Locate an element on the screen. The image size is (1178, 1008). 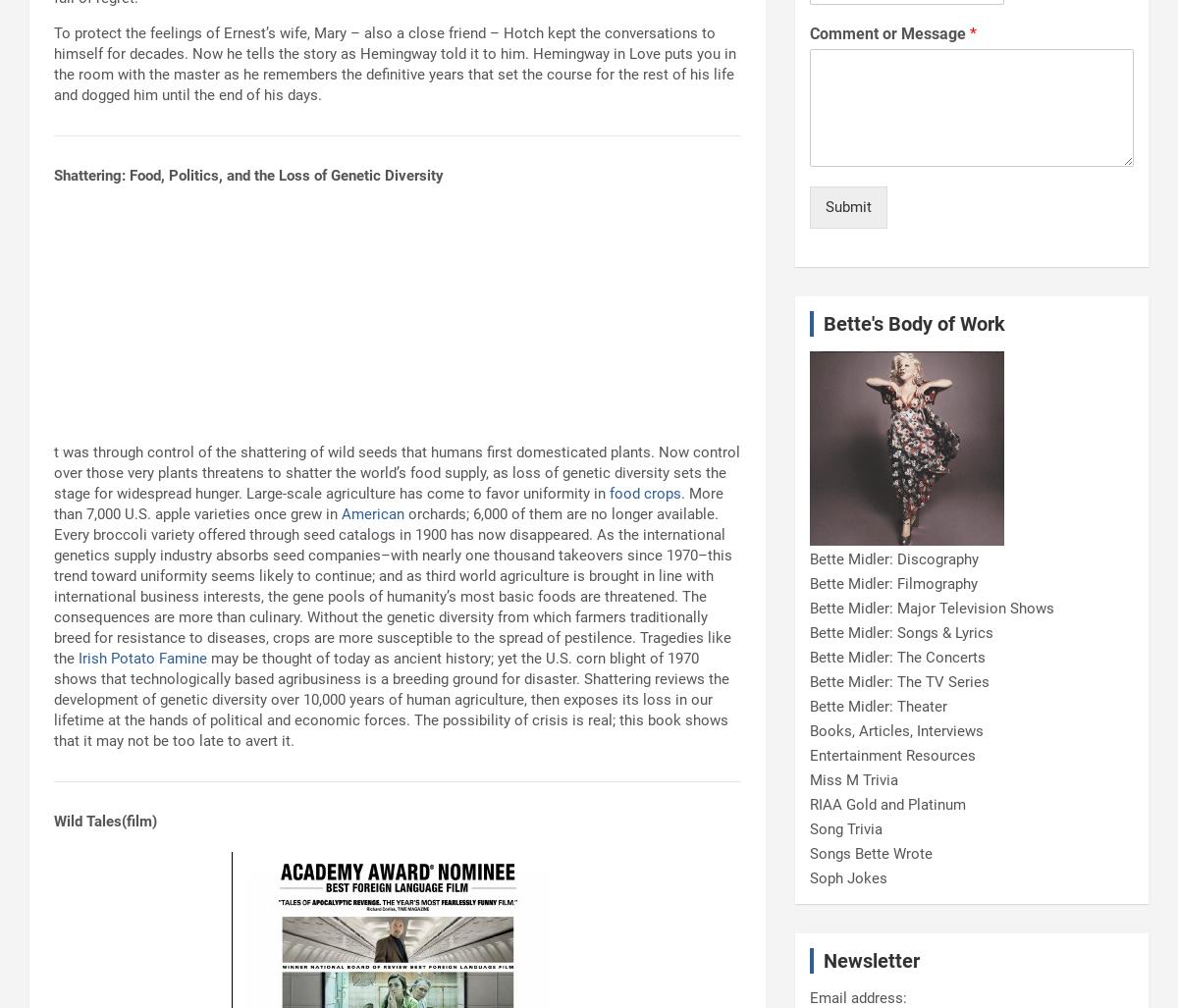
'orchards; 6,000 of them are no longer available. Every broccoli variety offered through seed catalogs in 1900 has now disappeared. As the international genetics supply industry absorbs seed companies–with nearly one thousand takeovers since 1970–this trend toward uniformity seems likely to continue; and as third world agriculture is brought in line with international business interests, the gene pools of humanity’s most basic foods are threatened. The consequences are more than culinary. Without the genetic diversity from which farmers traditionally breed for resistance to diseases, crops are more susceptible to the spread of pestilence. Tragedies like the' is located at coordinates (53, 586).